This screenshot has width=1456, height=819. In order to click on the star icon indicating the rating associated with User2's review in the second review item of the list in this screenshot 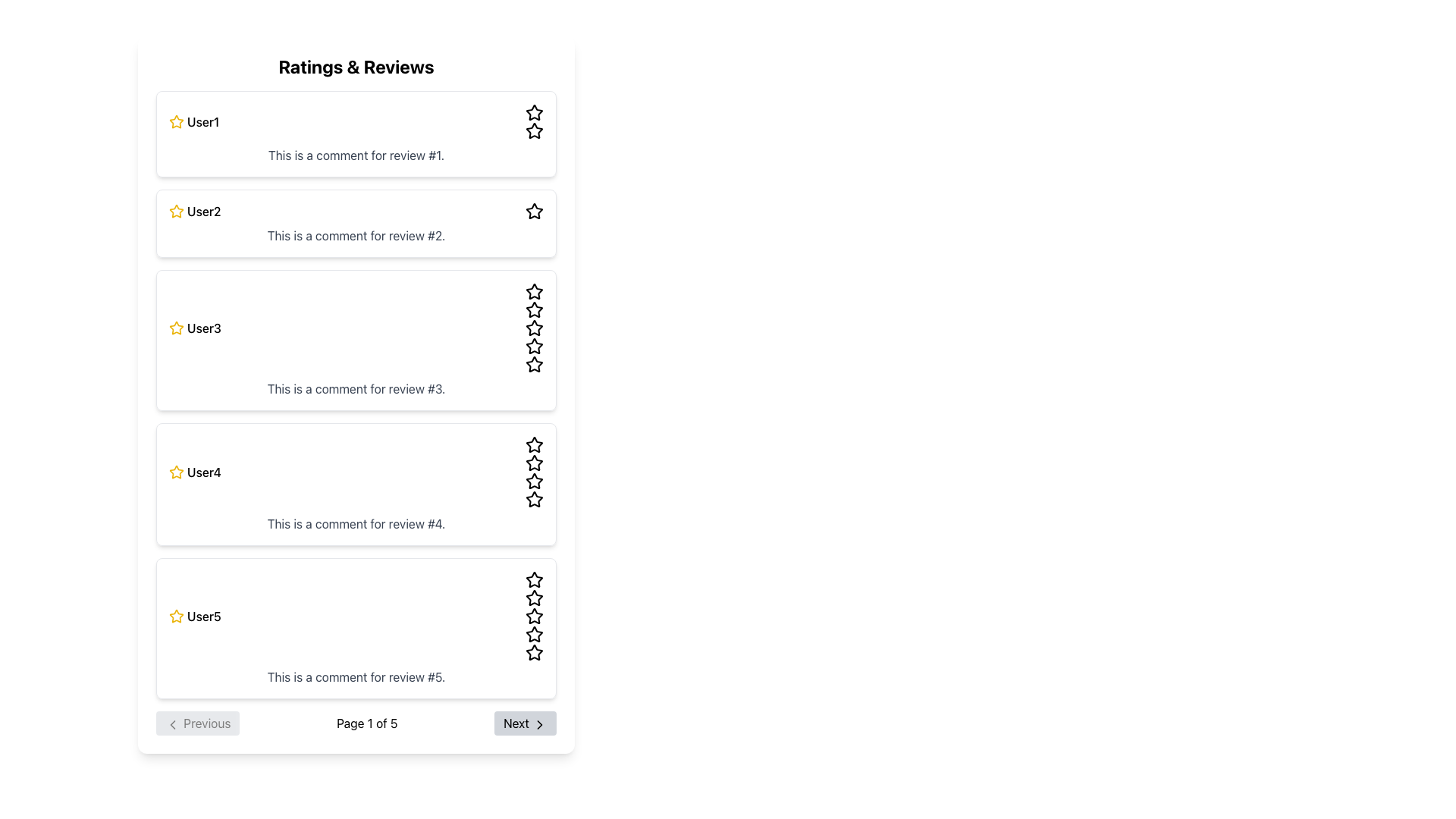, I will do `click(177, 211)`.